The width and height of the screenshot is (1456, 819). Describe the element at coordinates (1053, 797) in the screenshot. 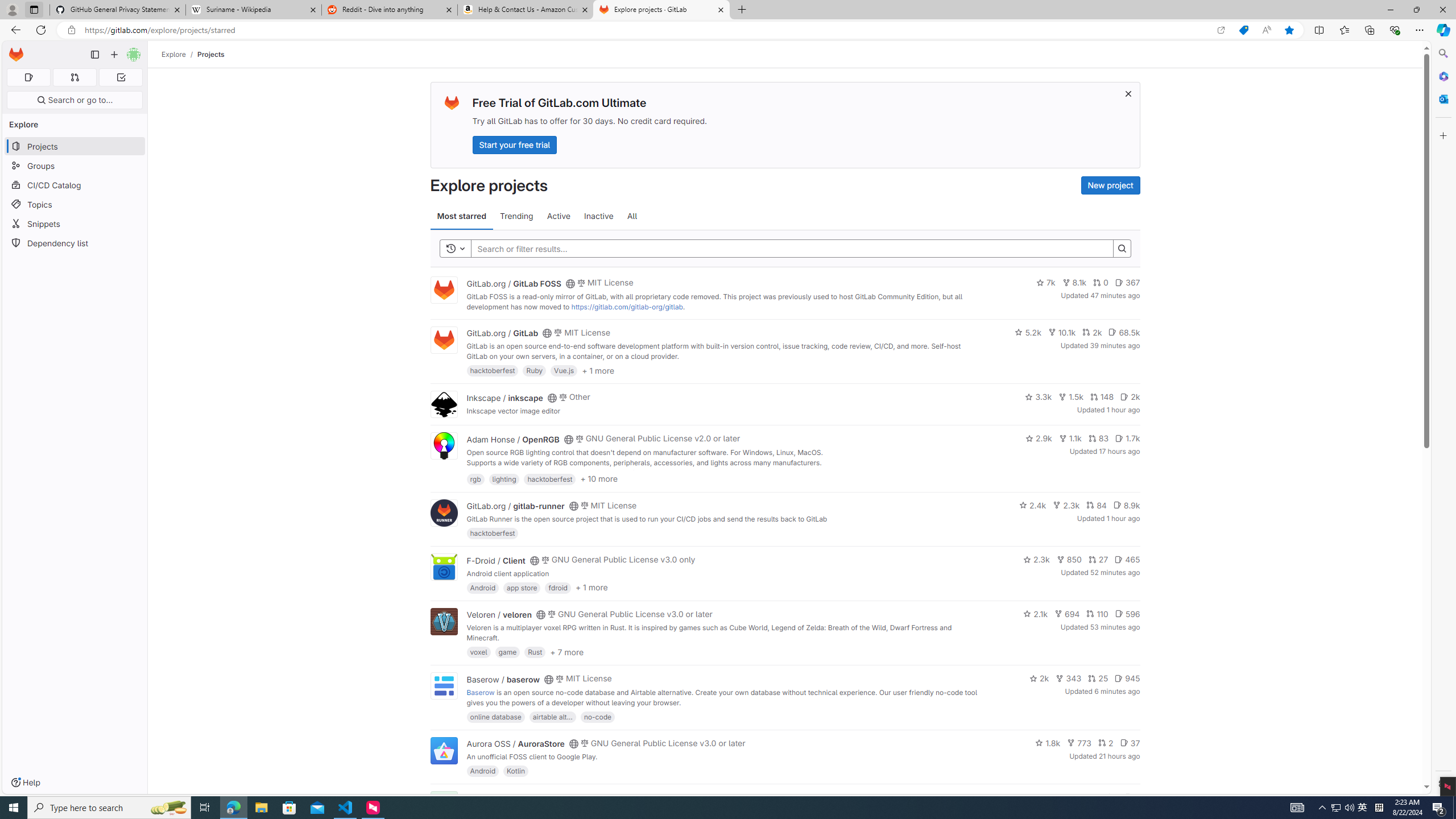

I see `'1.4k'` at that location.